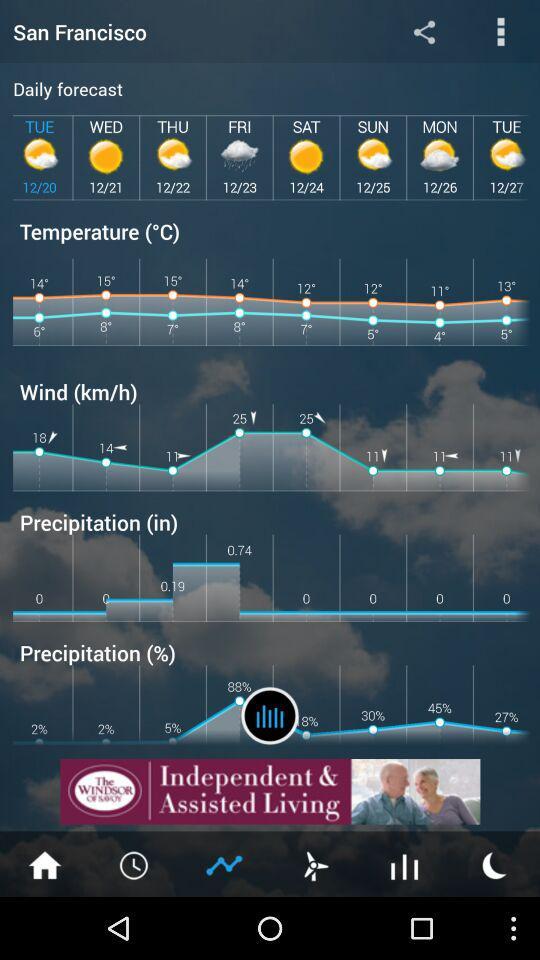  Describe the element at coordinates (494, 925) in the screenshot. I see `the weather icon` at that location.